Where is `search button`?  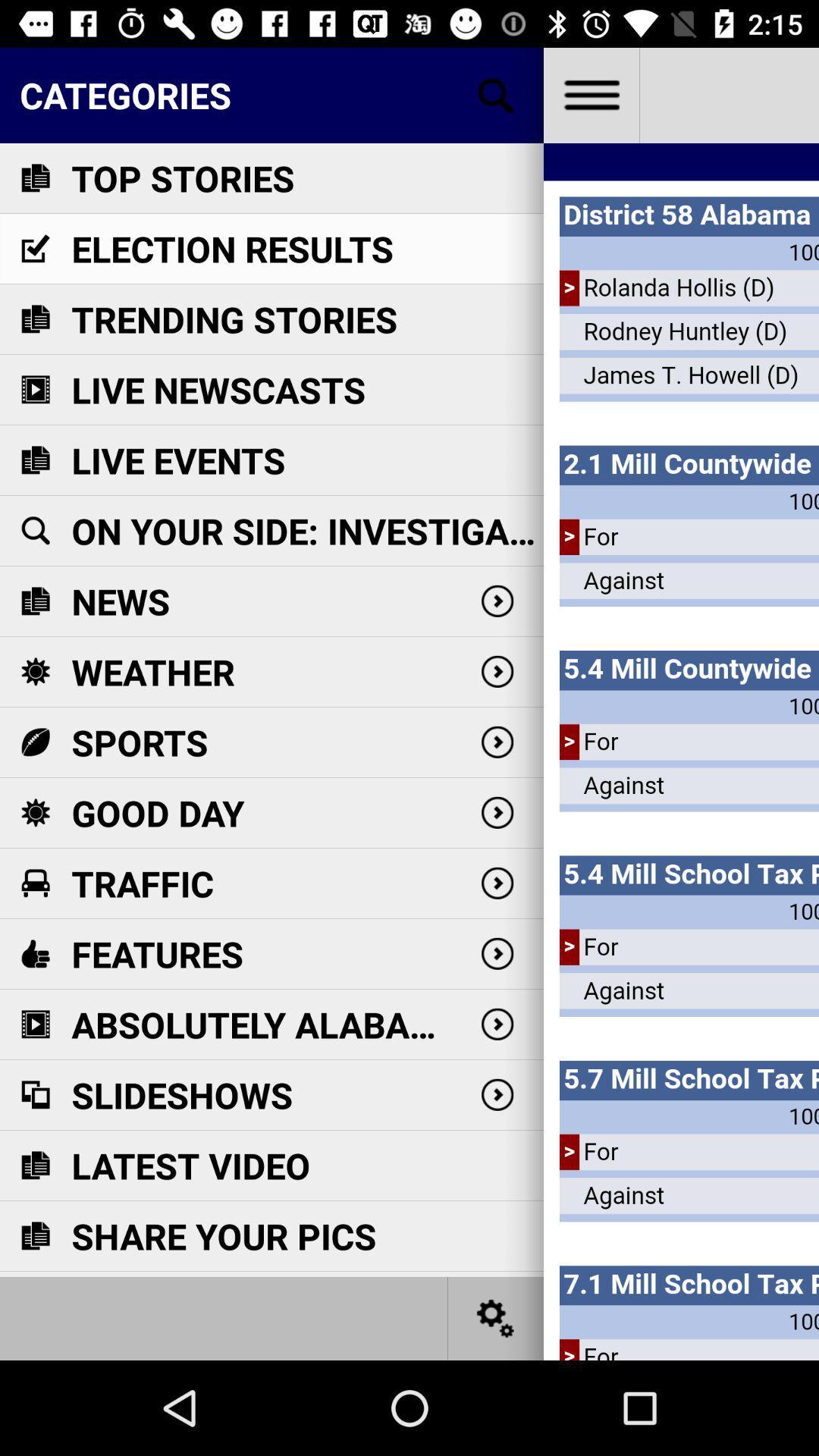 search button is located at coordinates (496, 94).